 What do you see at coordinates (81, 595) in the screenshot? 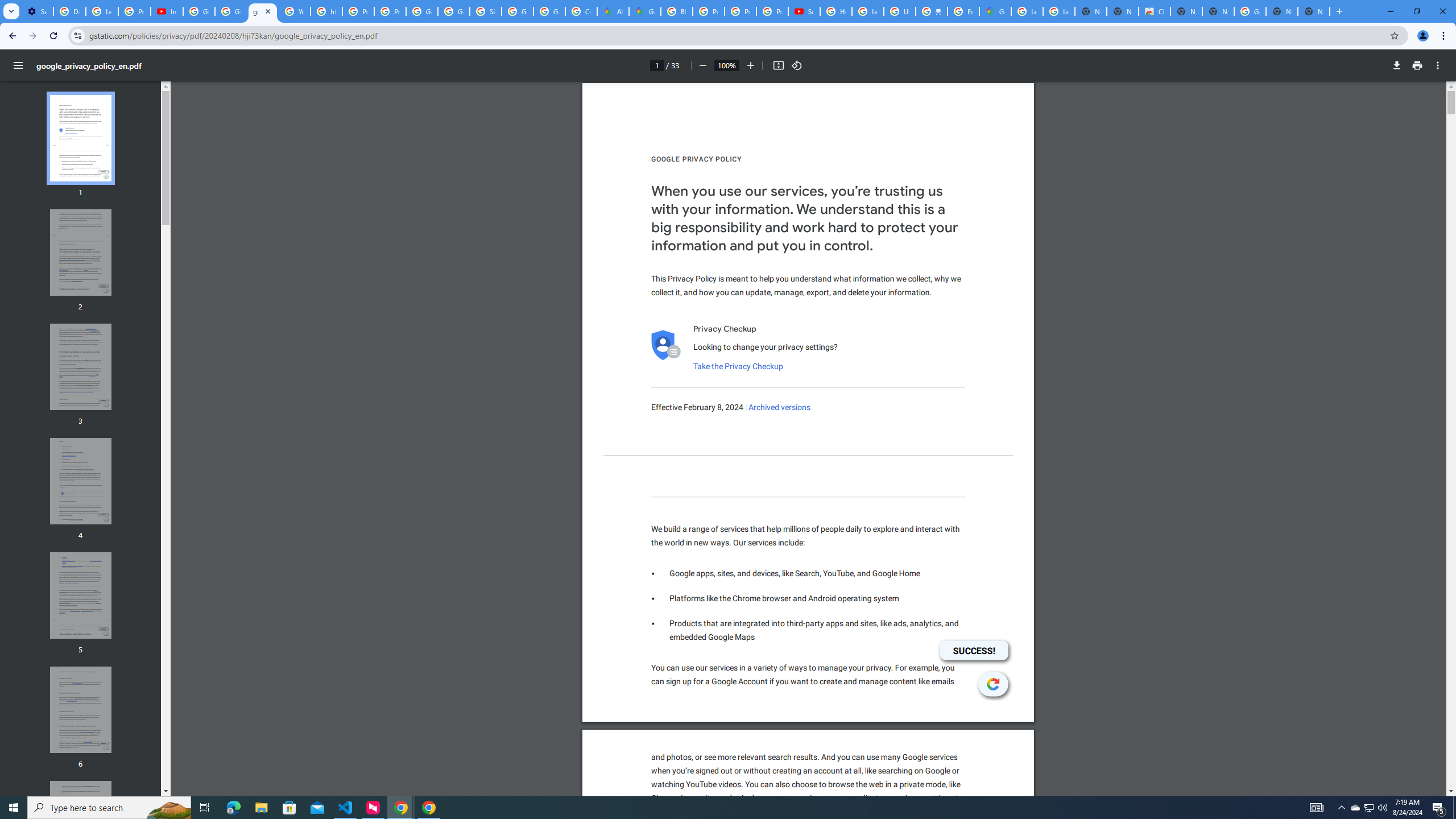
I see `'Thumbnail for page 5'` at bounding box center [81, 595].